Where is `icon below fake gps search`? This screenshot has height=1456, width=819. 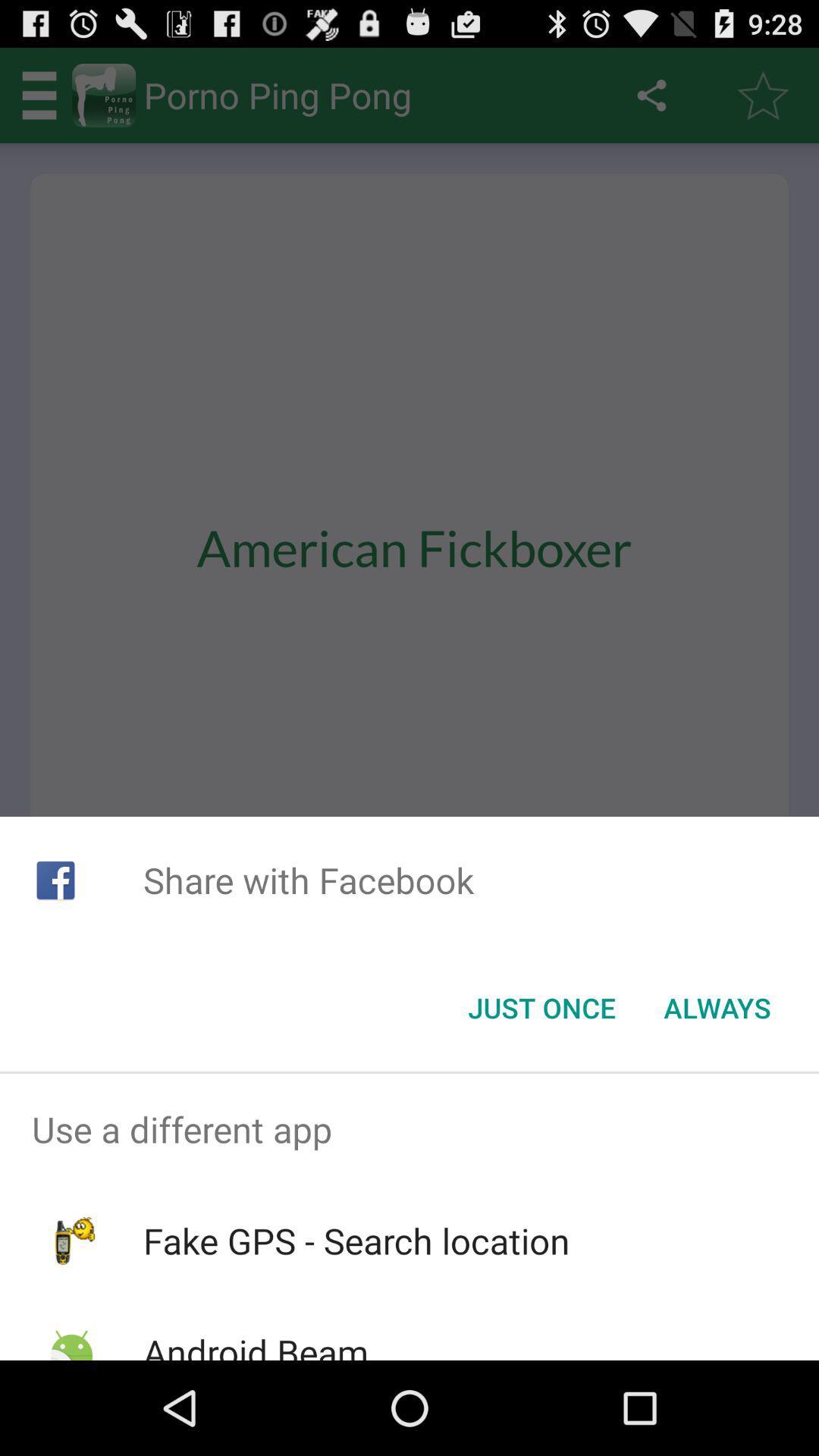 icon below fake gps search is located at coordinates (255, 1344).